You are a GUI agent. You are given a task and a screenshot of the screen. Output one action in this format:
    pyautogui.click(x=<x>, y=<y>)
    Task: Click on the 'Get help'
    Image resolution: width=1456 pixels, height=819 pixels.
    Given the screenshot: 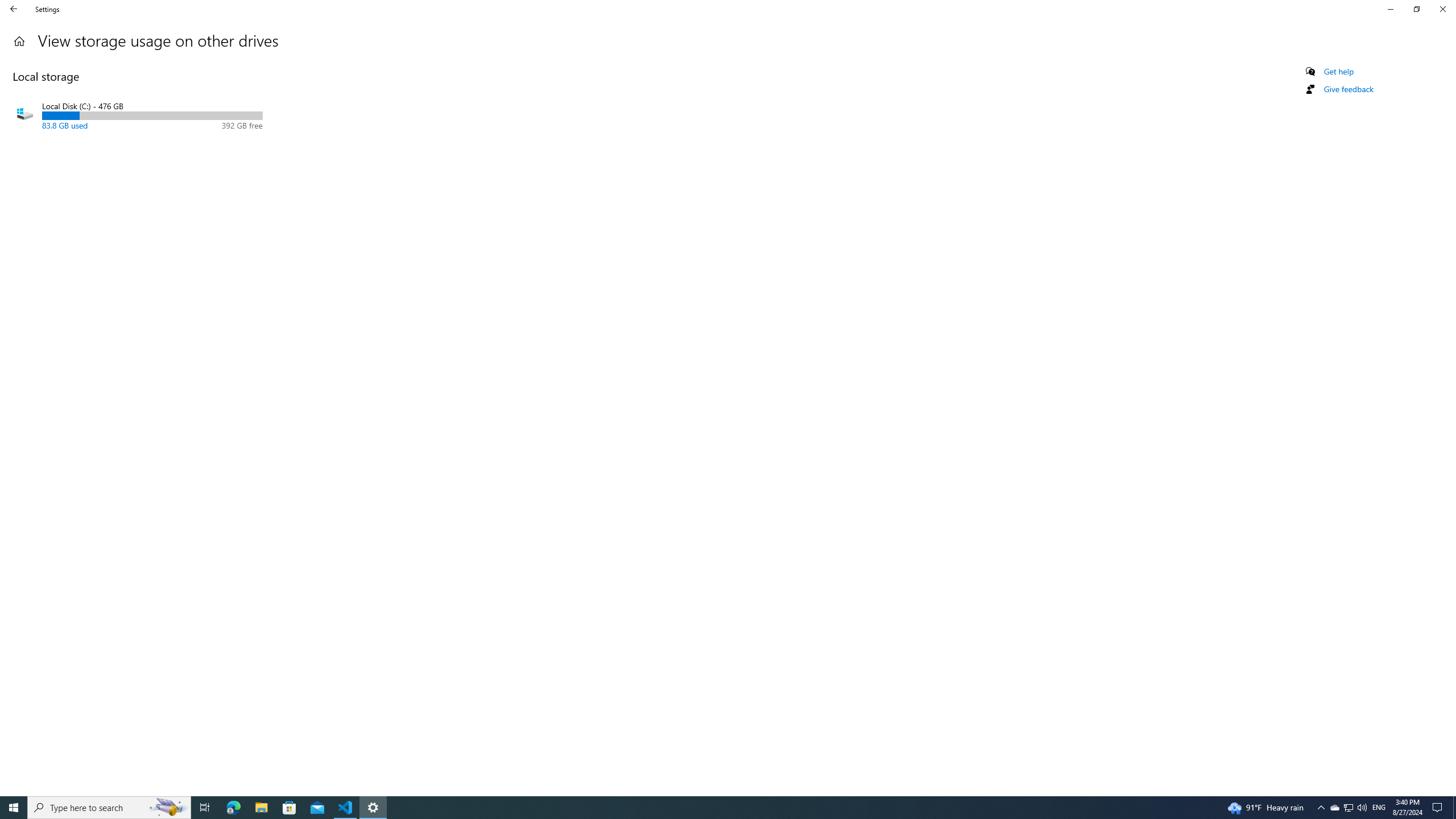 What is the action you would take?
    pyautogui.click(x=1338, y=71)
    